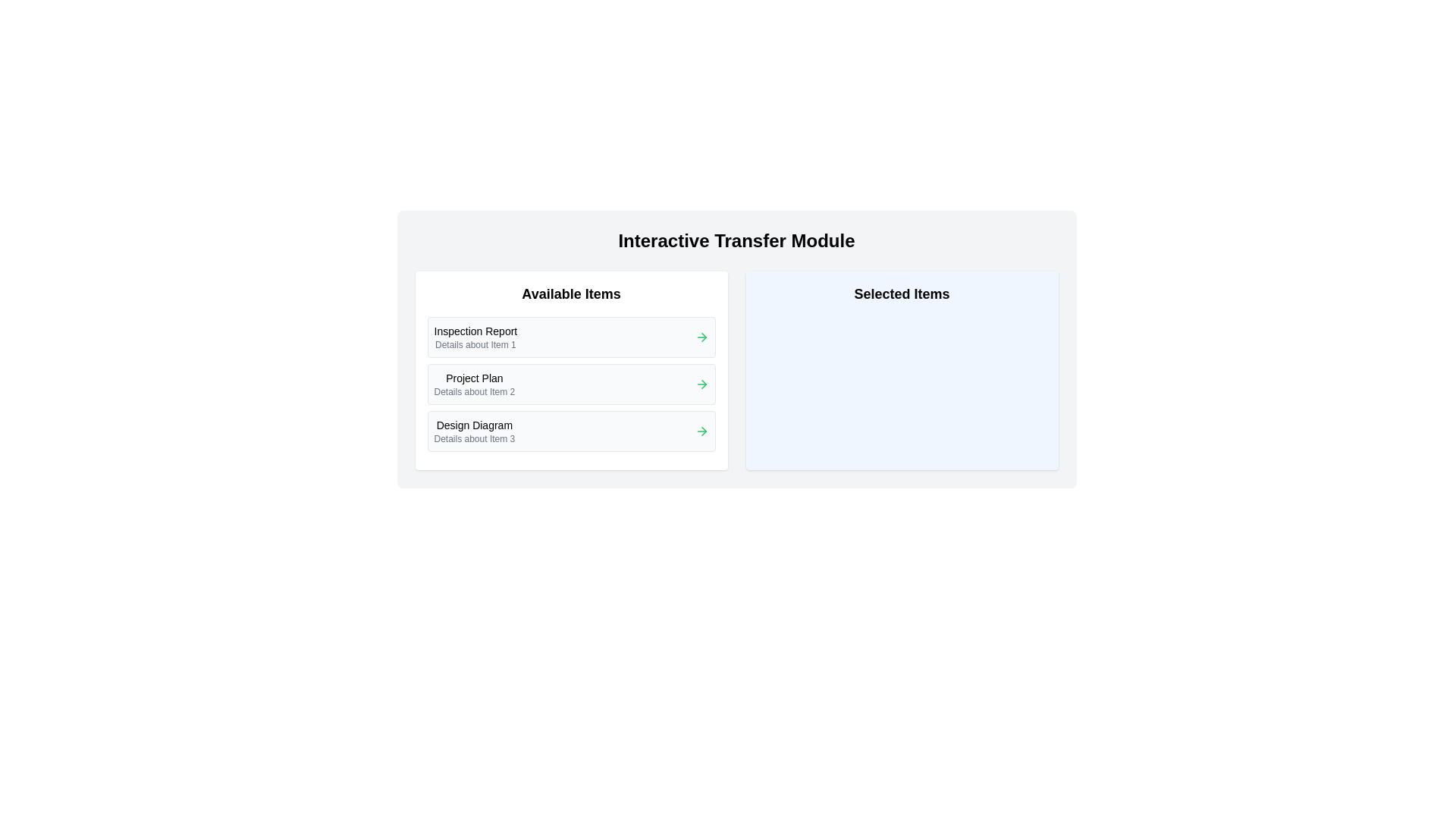 This screenshot has width=1456, height=819. I want to click on the first list item, so click(570, 336).